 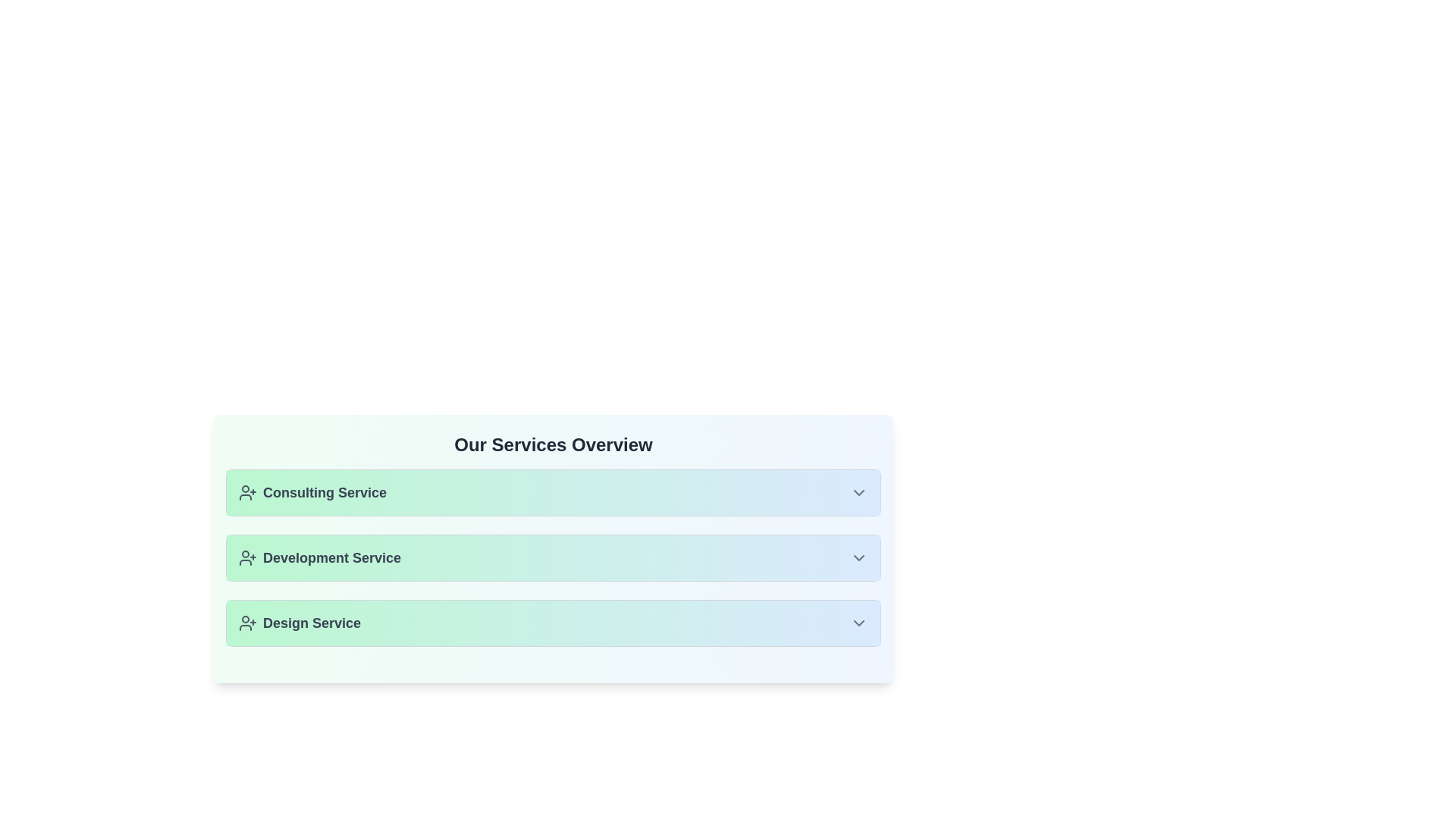 I want to click on the second selectable item in the service selection interface labeled 'Development Service', so click(x=552, y=558).